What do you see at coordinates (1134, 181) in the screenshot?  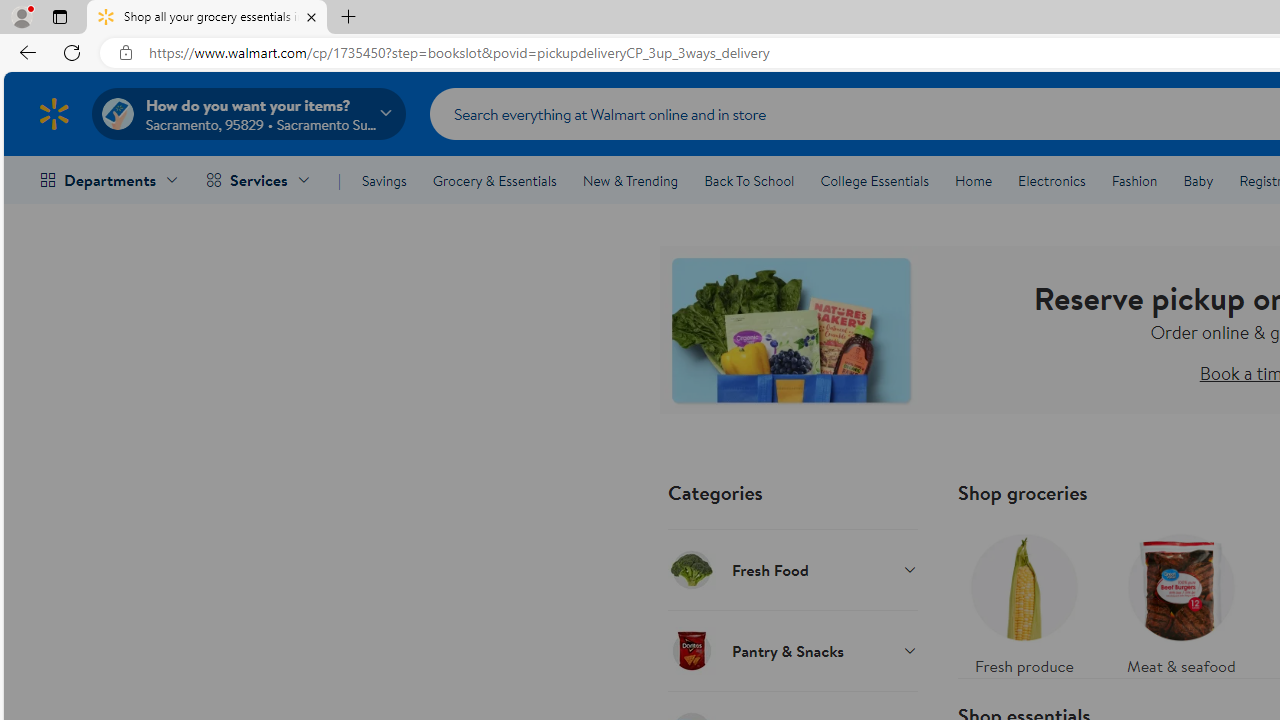 I see `'Fashion'` at bounding box center [1134, 181].